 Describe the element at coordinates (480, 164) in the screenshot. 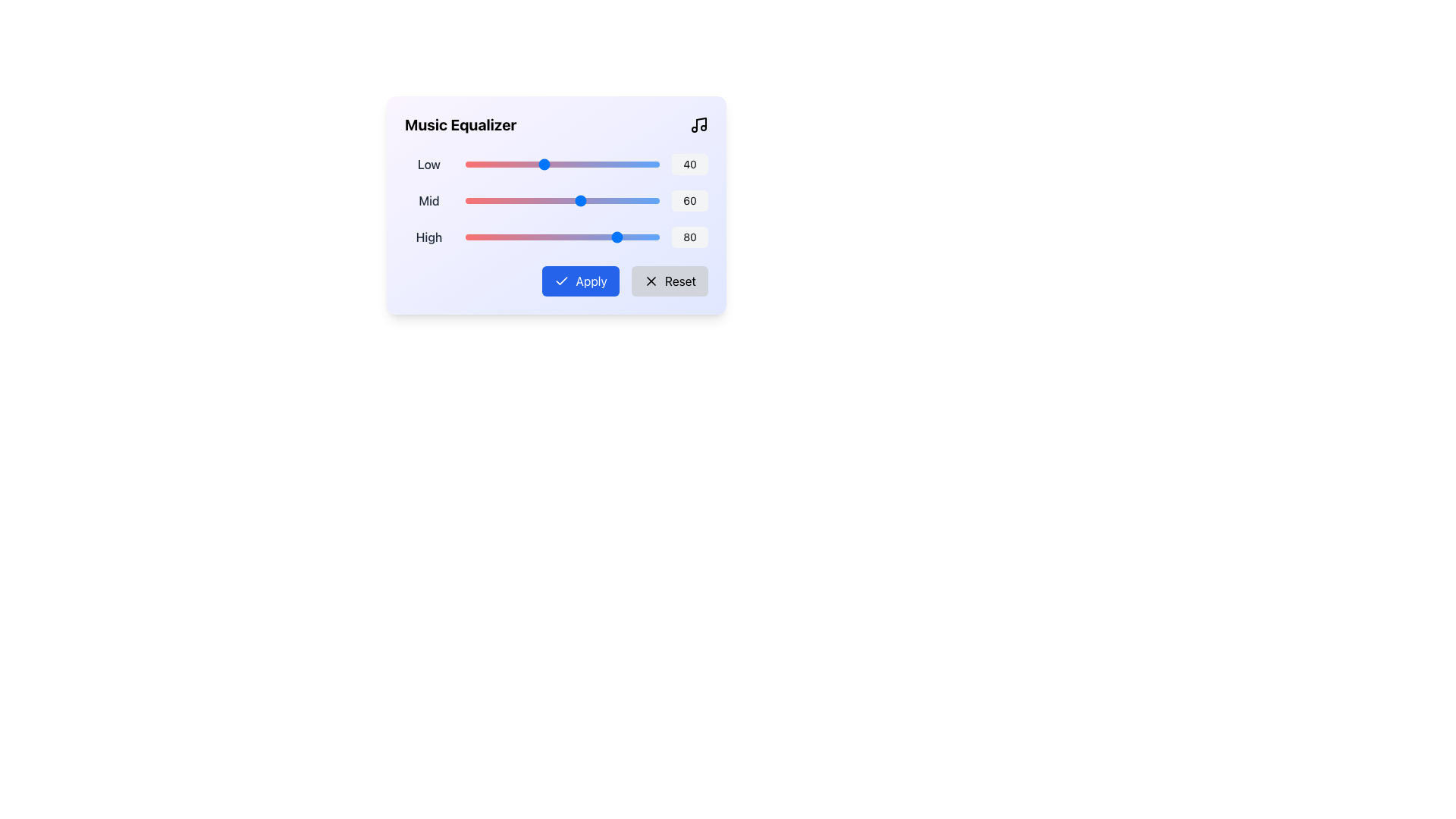

I see `the Low frequency equalizer value` at that location.